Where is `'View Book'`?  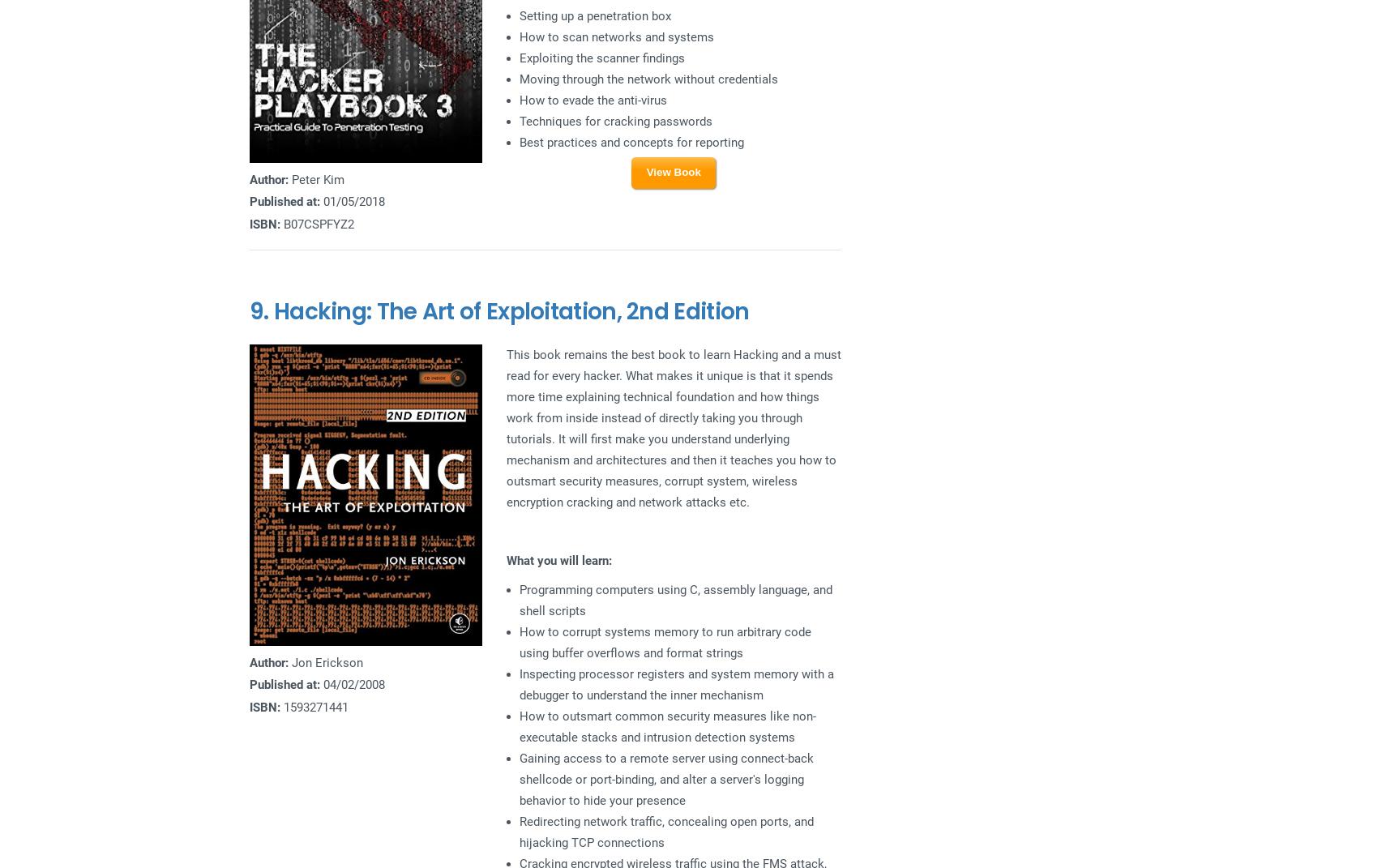 'View Book' is located at coordinates (645, 171).